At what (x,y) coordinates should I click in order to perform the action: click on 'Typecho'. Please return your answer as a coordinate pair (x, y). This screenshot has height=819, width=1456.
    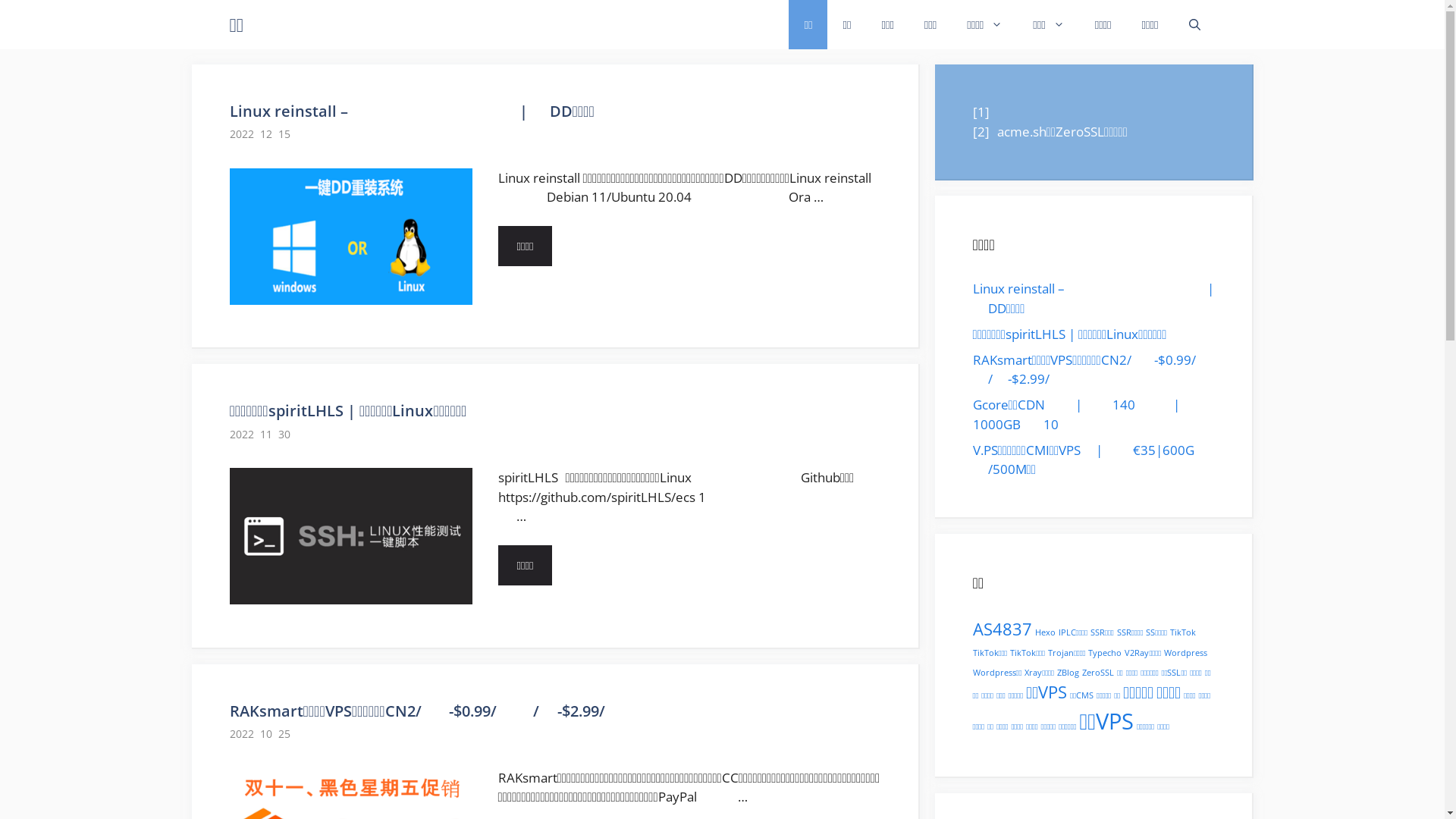
    Looking at the image, I should click on (1087, 651).